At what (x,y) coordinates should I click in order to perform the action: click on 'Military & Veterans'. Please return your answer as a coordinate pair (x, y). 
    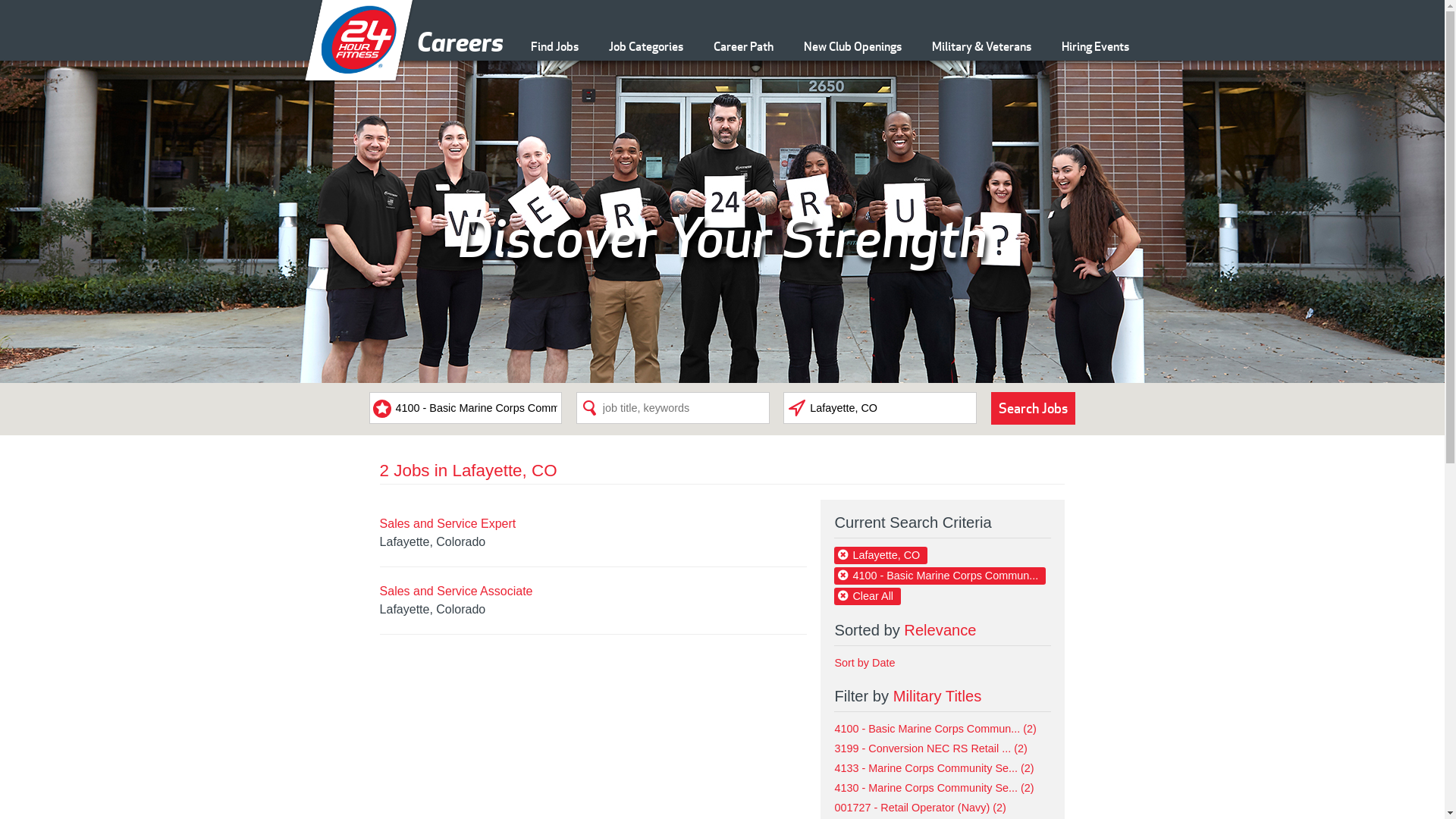
    Looking at the image, I should click on (981, 42).